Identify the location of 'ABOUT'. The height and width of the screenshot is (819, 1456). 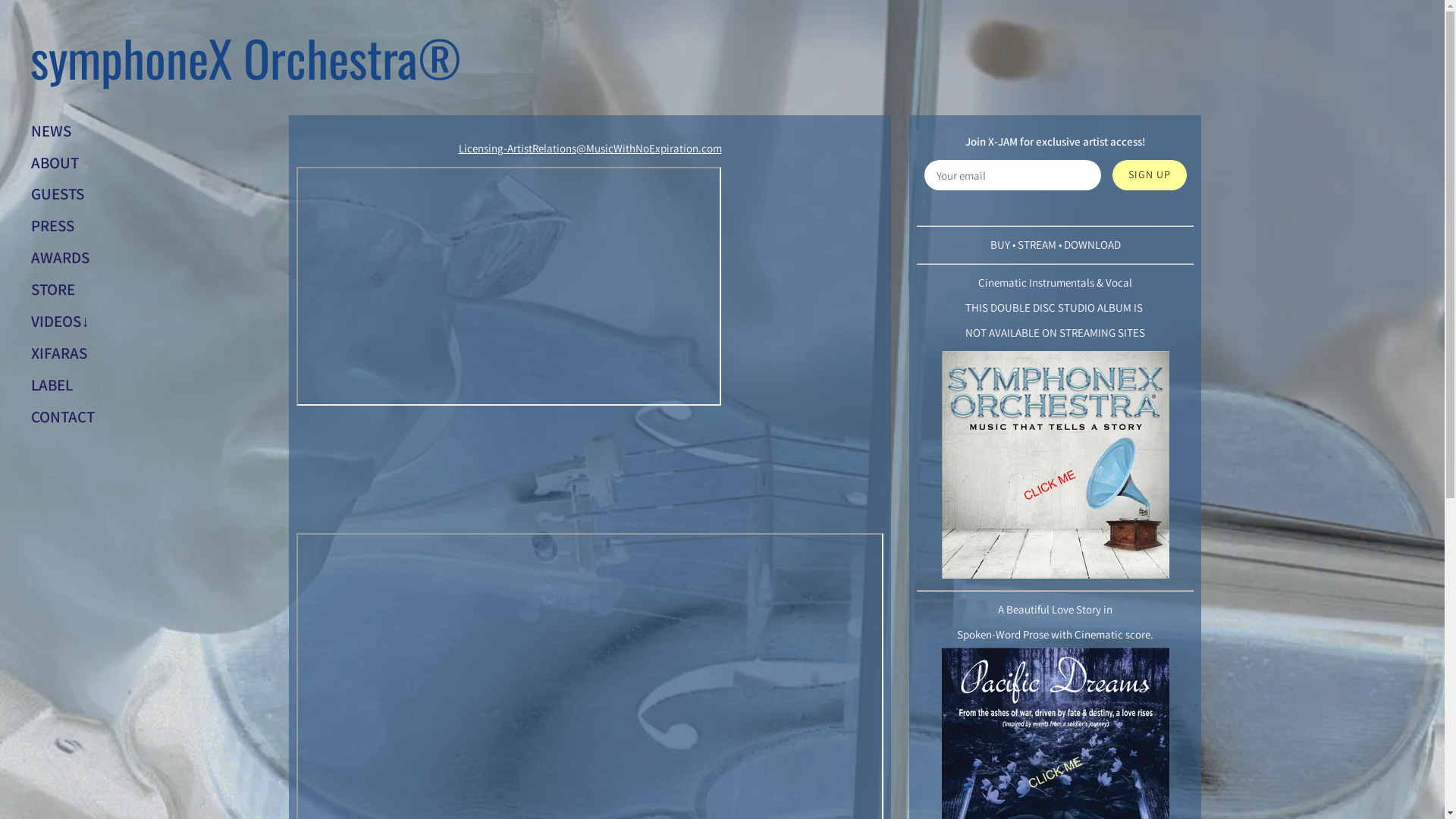
(55, 162).